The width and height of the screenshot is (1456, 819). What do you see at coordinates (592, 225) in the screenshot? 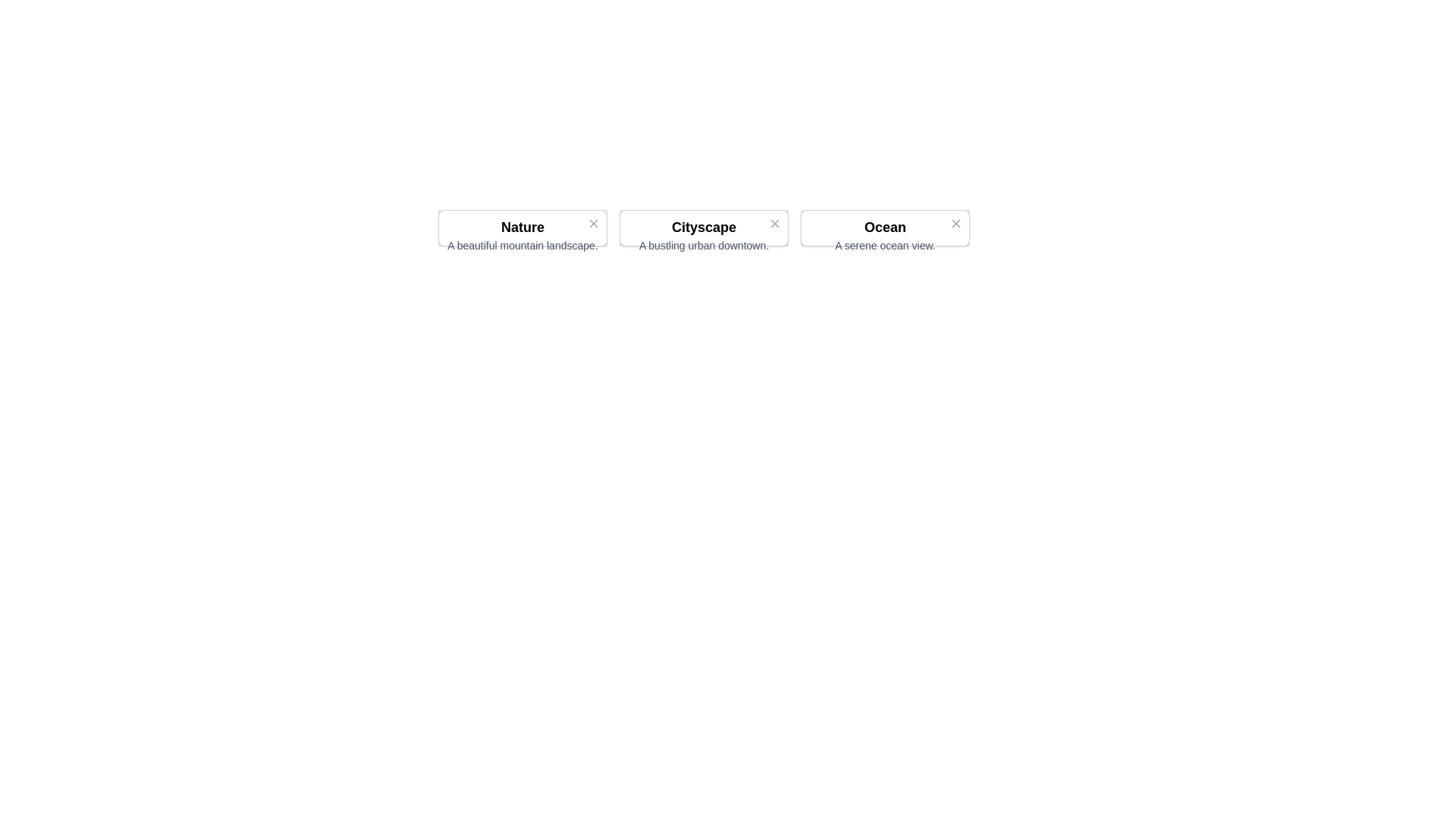
I see `the close/delete icon represented by an 'X' in the upper-right corner of the 'Nature' card` at bounding box center [592, 225].